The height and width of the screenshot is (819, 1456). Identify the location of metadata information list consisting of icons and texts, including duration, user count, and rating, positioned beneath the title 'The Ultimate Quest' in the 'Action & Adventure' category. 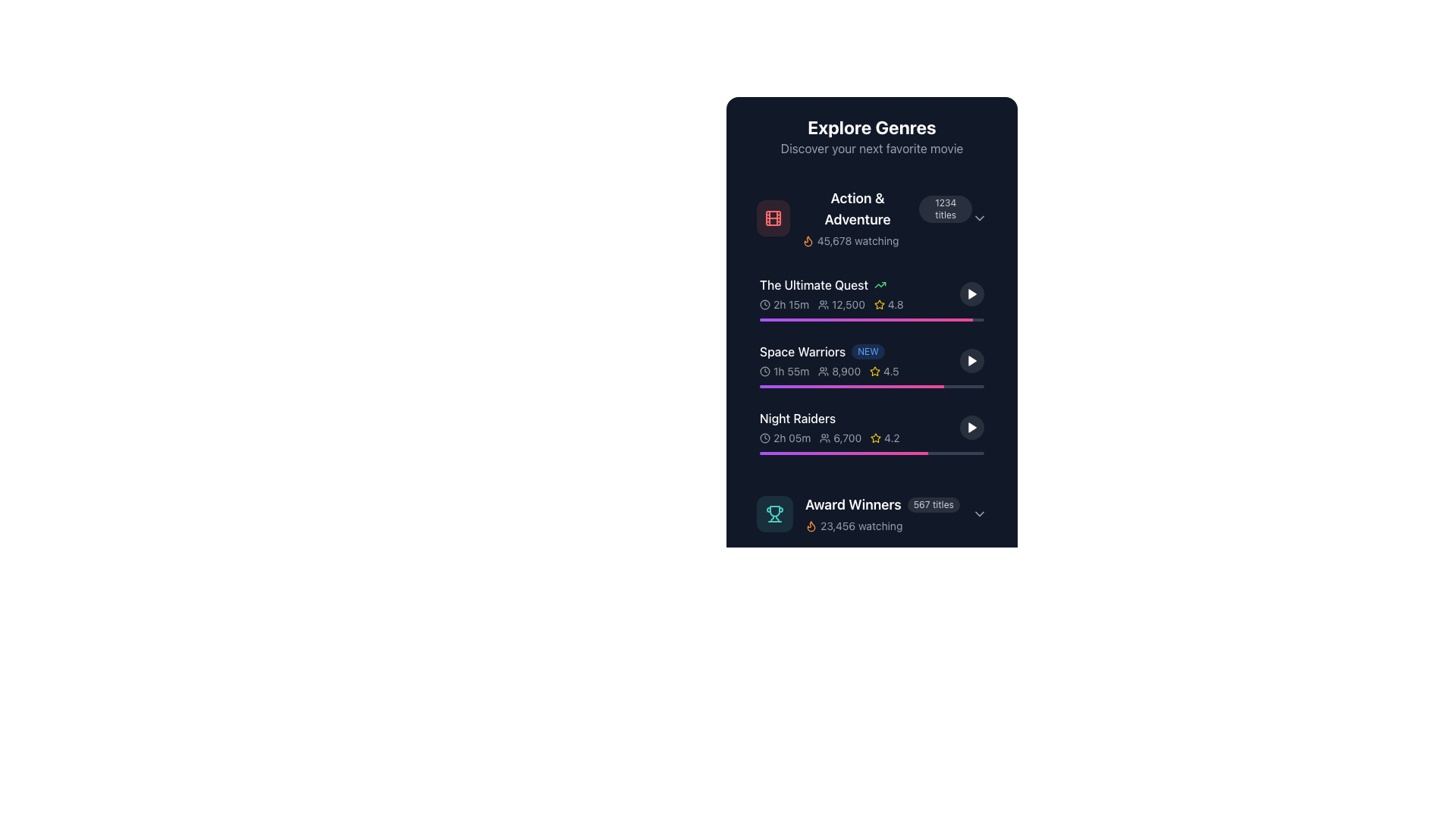
(859, 304).